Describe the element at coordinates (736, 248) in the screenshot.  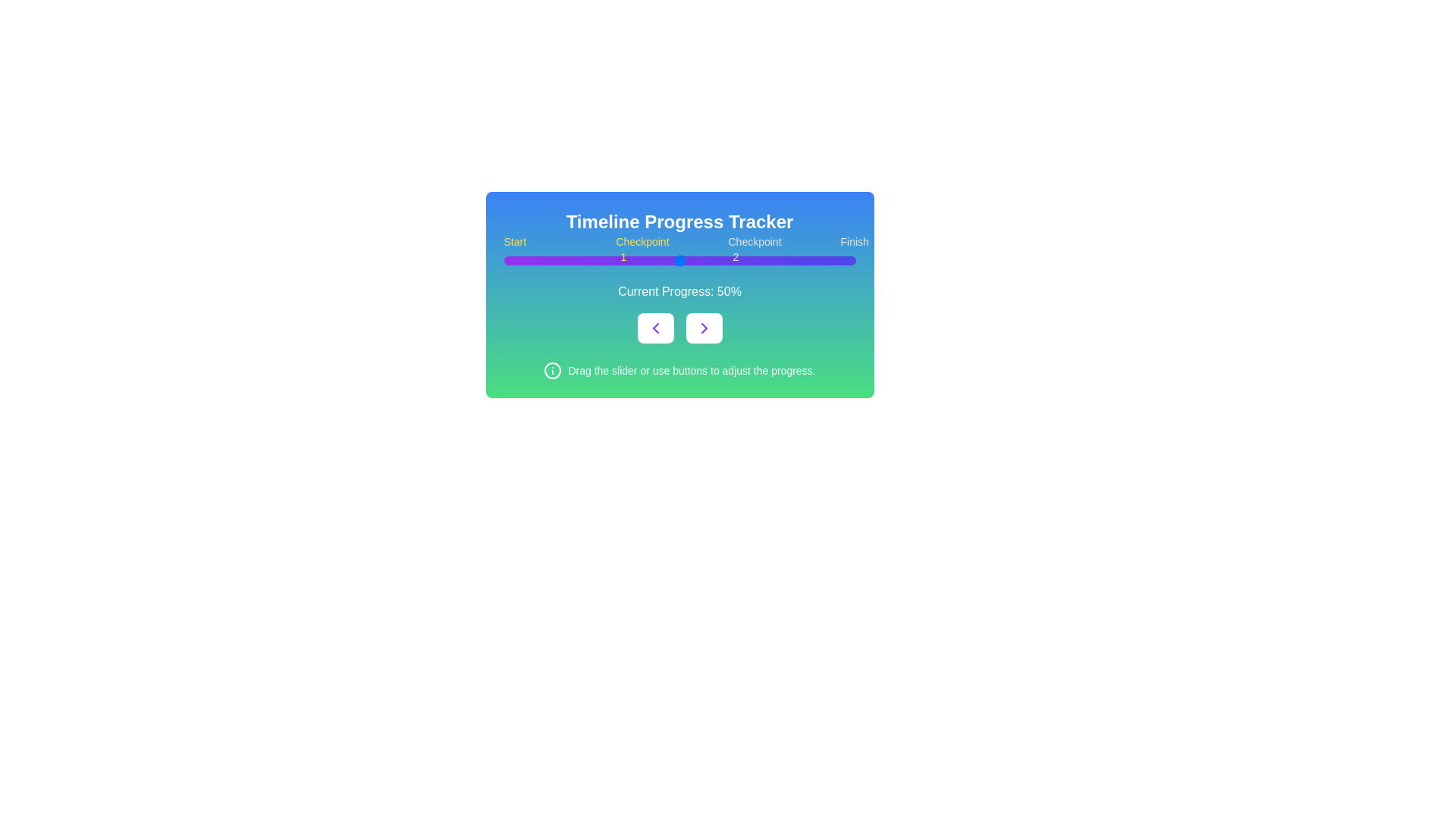
I see `the text label 'Checkpoint 2', which is the third label below the progress bar, styled in gray and bold` at that location.